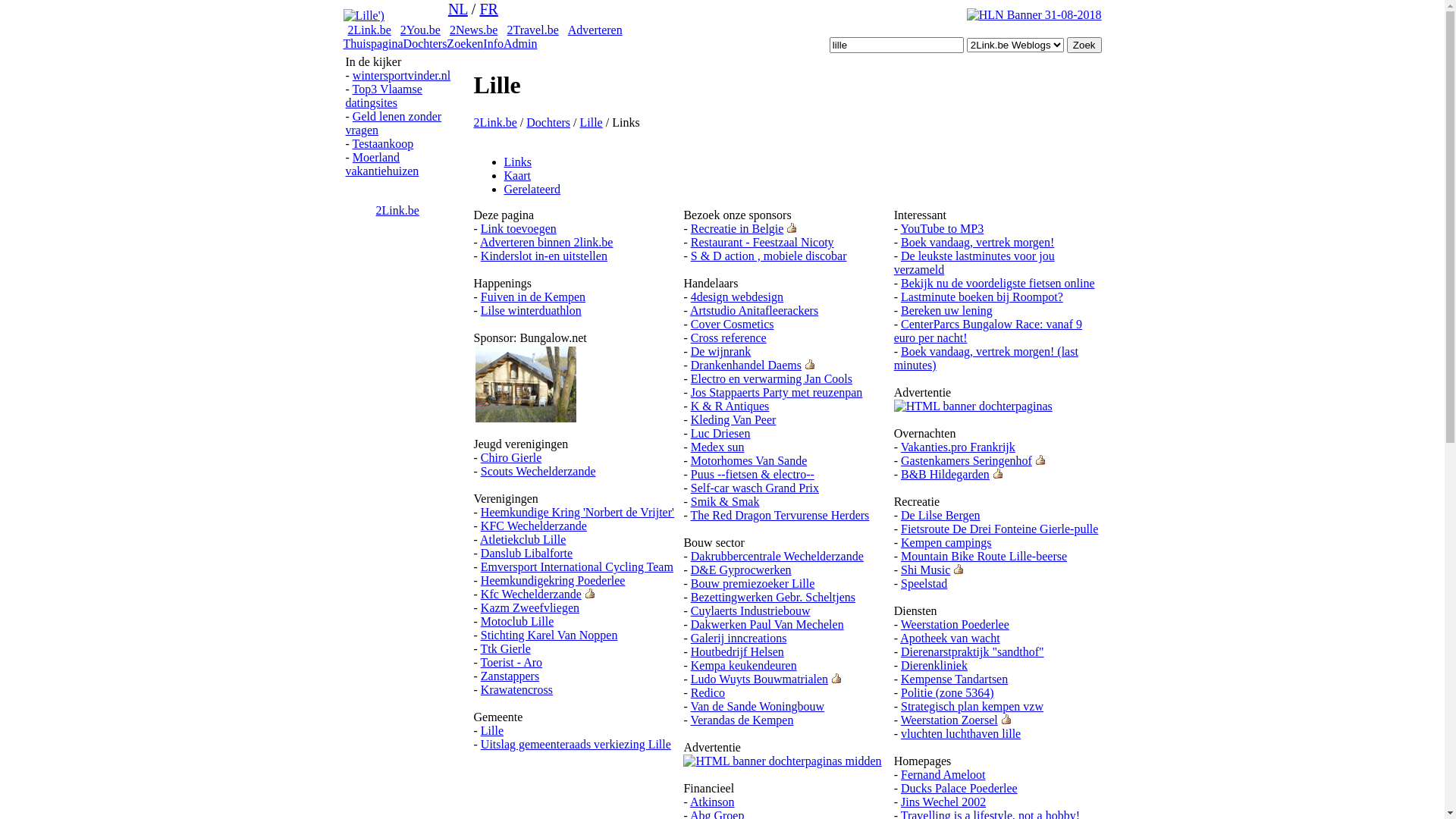  What do you see at coordinates (720, 433) in the screenshot?
I see `'Luc Driesen'` at bounding box center [720, 433].